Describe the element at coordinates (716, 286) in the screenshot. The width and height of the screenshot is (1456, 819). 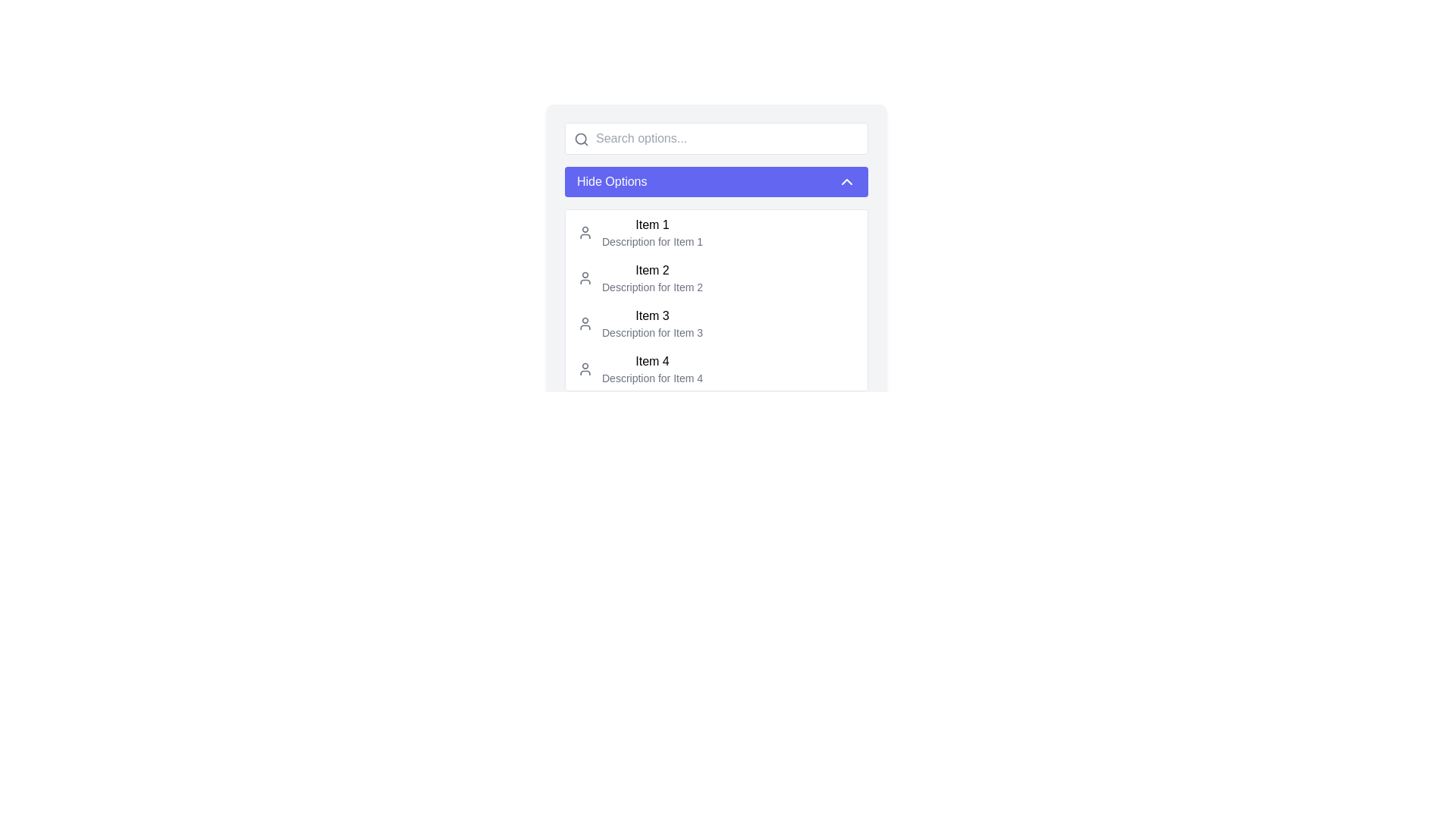
I see `the second list item titled 'Item 2'` at that location.